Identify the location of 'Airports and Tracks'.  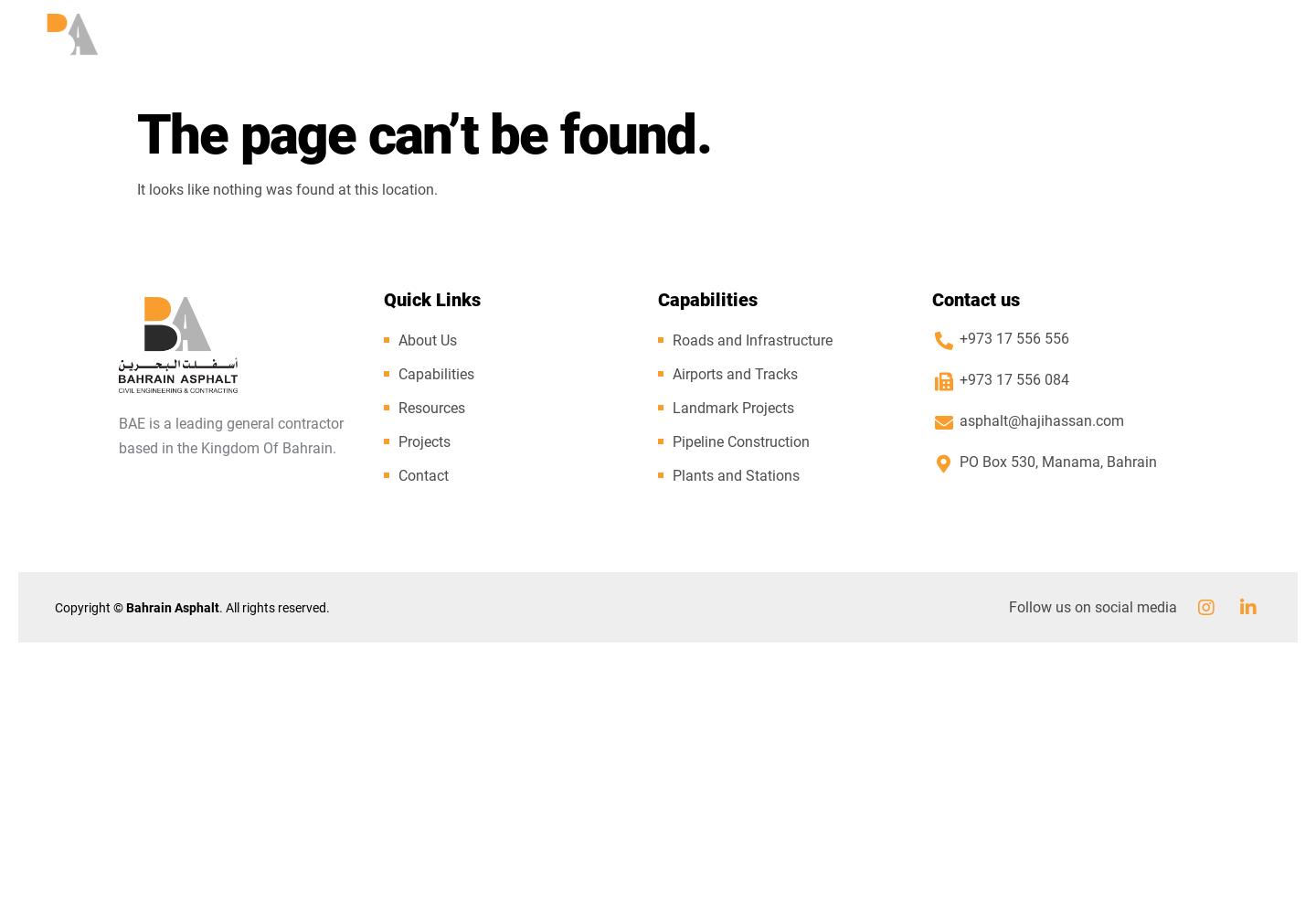
(735, 374).